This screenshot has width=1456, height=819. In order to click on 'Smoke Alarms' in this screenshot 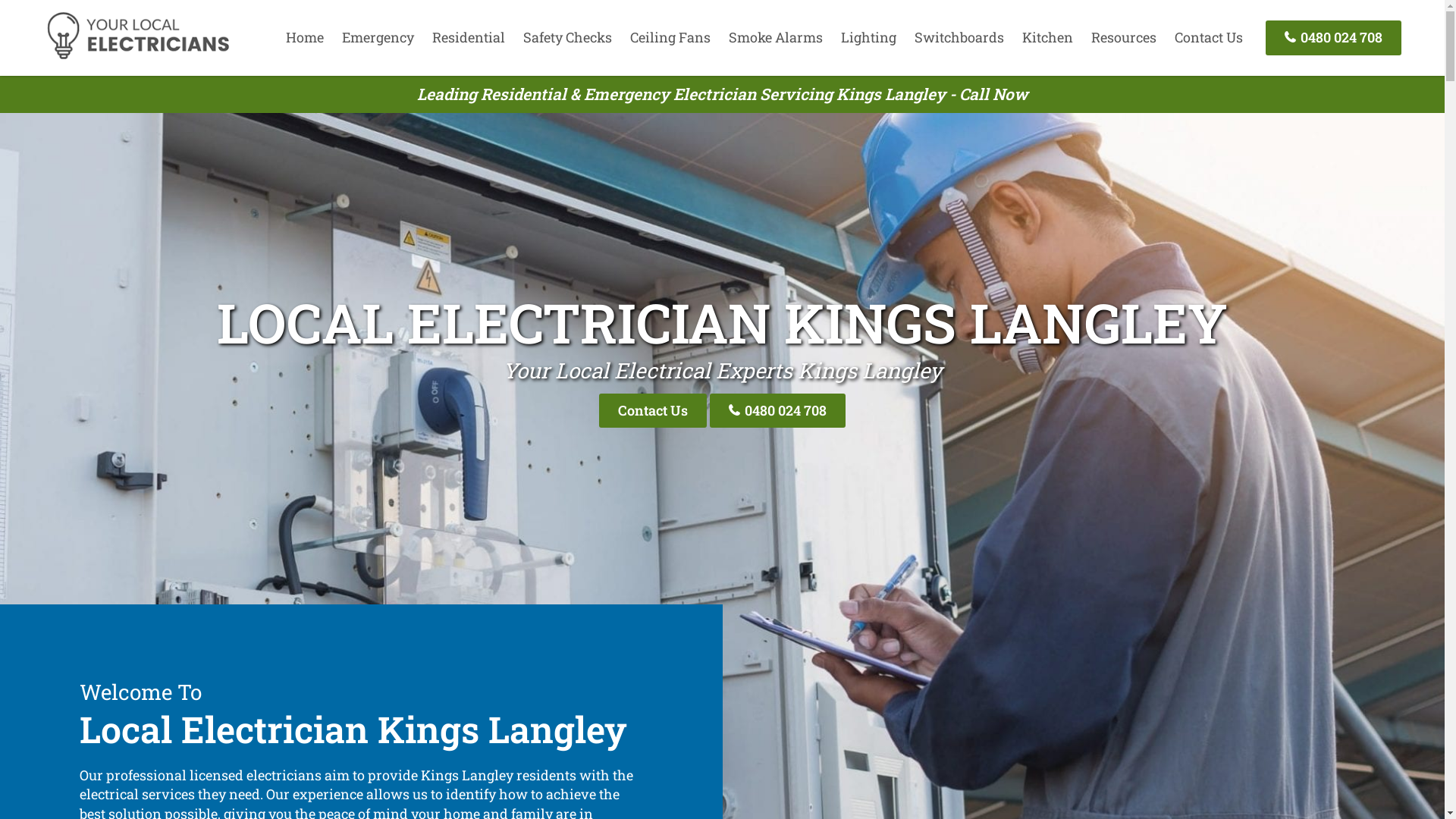, I will do `click(775, 36)`.